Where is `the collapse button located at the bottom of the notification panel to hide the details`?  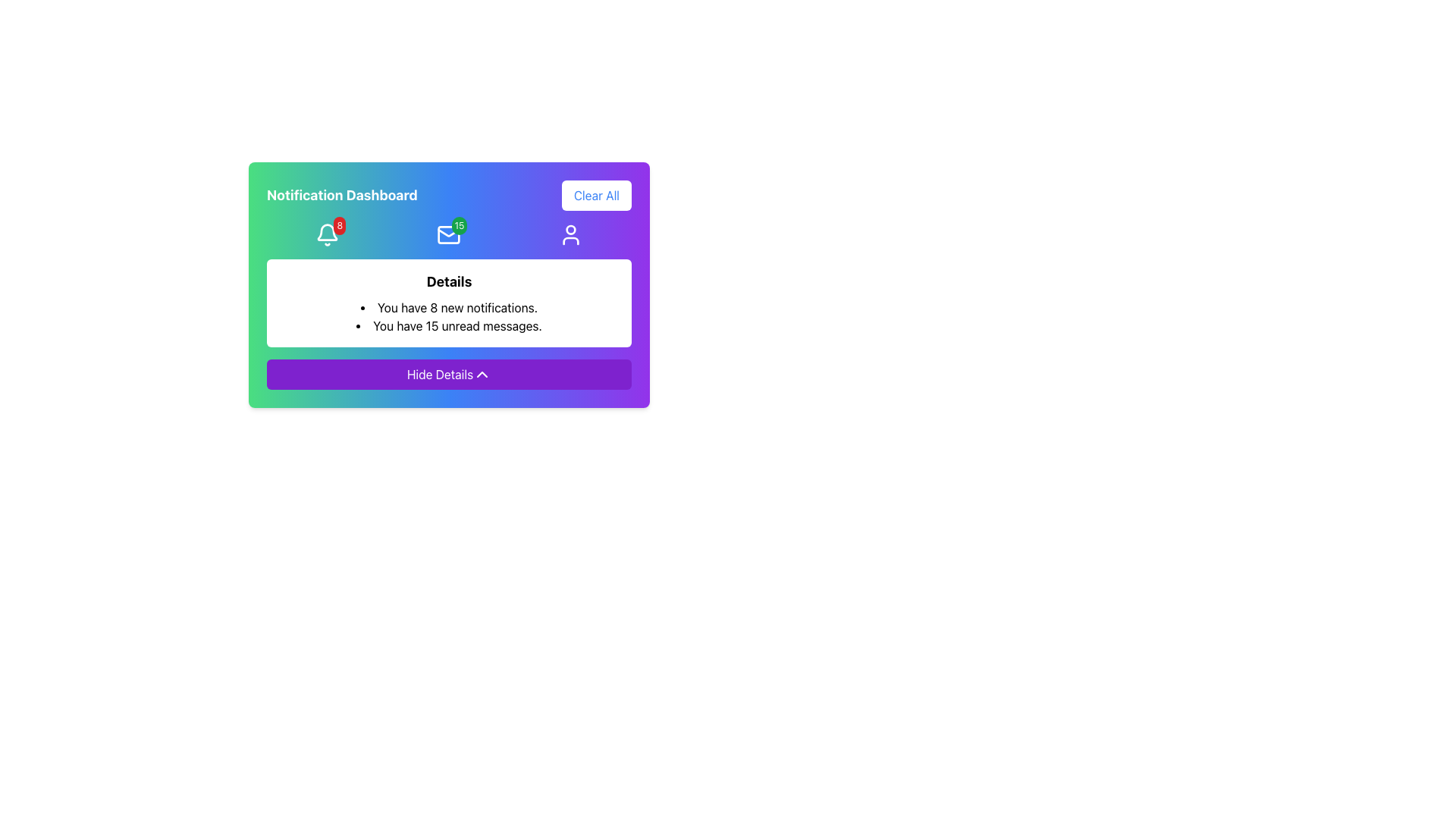 the collapse button located at the bottom of the notification panel to hide the details is located at coordinates (448, 336).